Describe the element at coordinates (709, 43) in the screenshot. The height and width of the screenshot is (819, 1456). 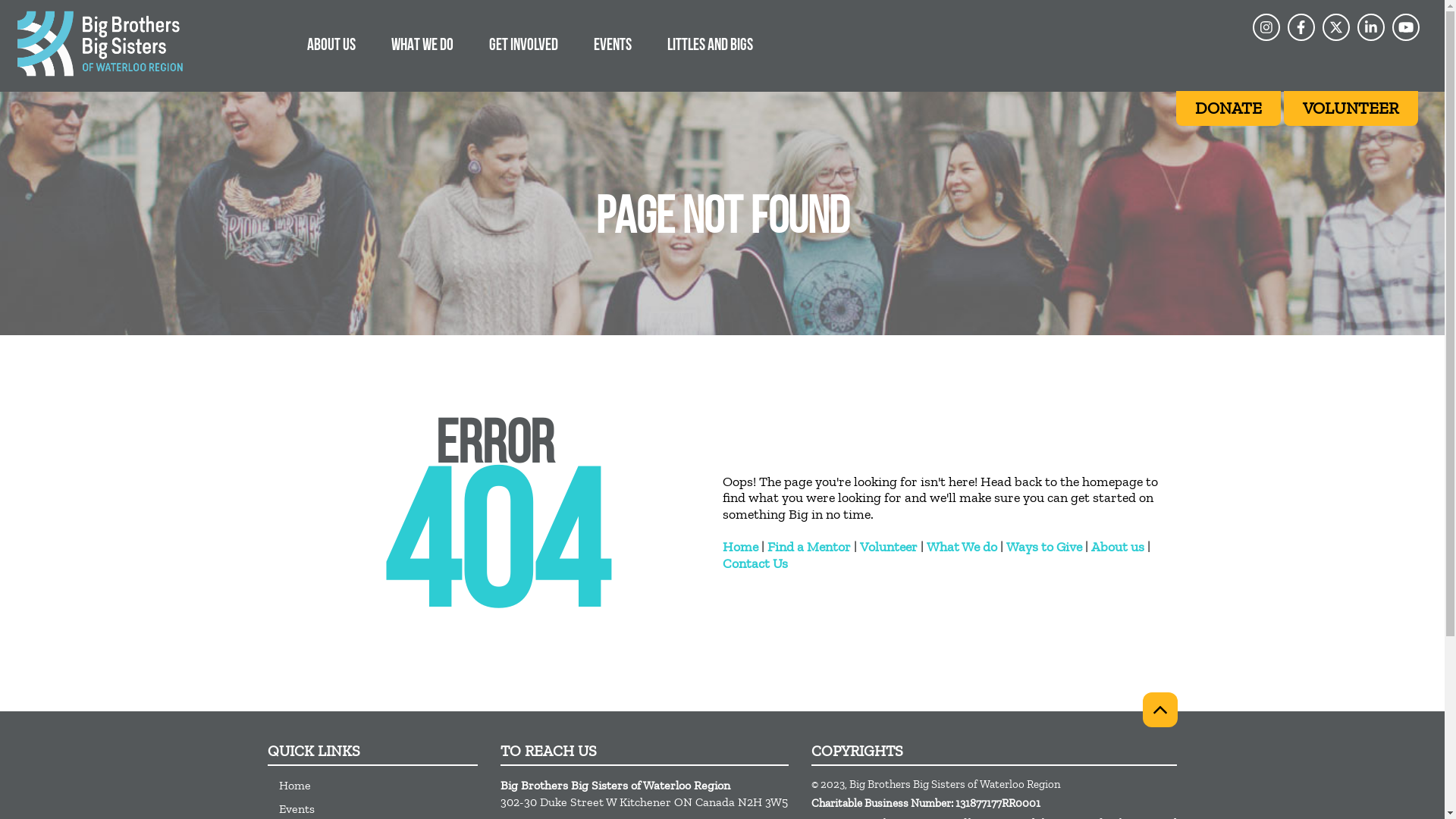
I see `'LITTLES AND BIGS'` at that location.